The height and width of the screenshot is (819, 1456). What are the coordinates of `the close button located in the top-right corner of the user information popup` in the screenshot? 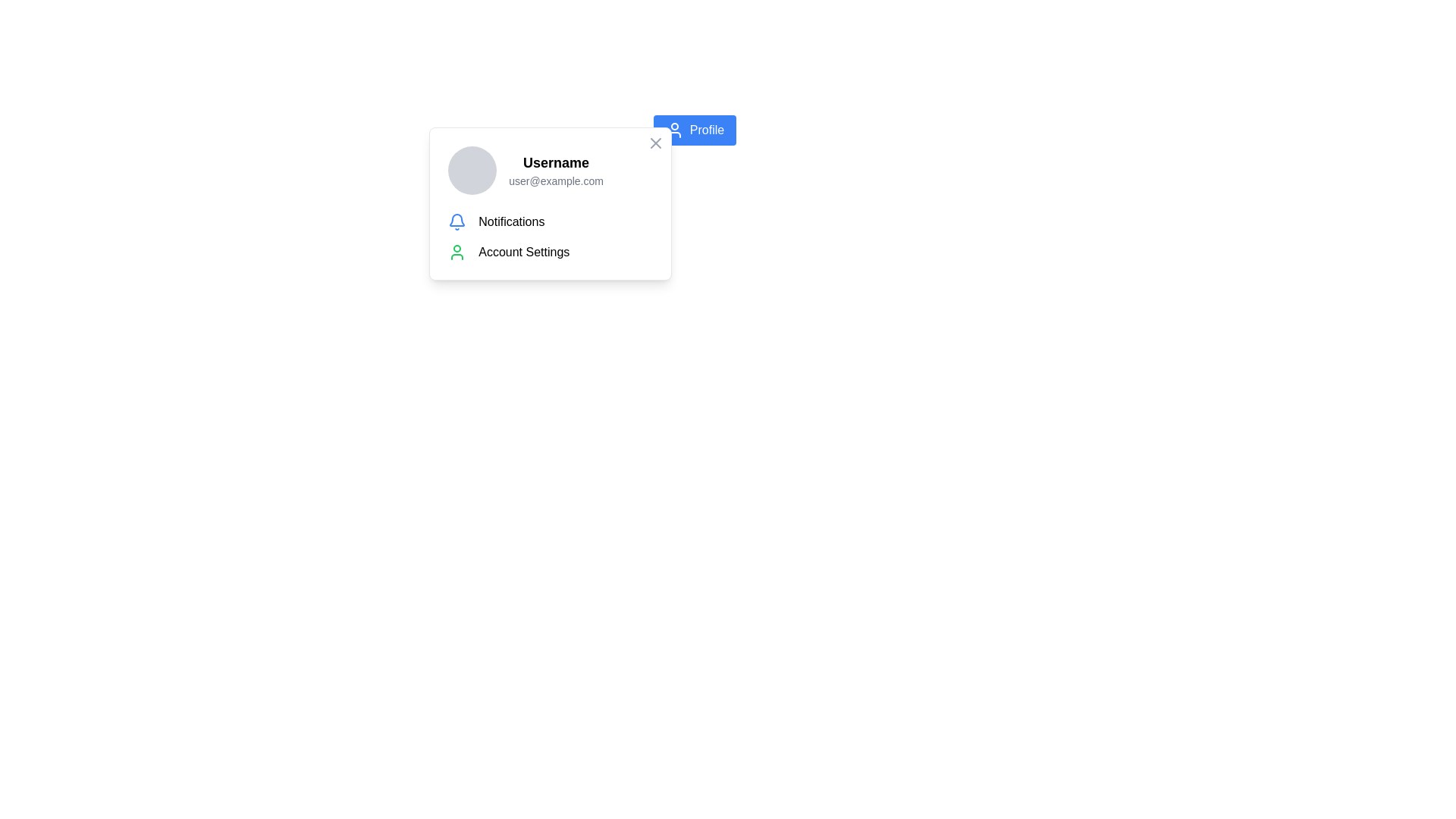 It's located at (656, 143).